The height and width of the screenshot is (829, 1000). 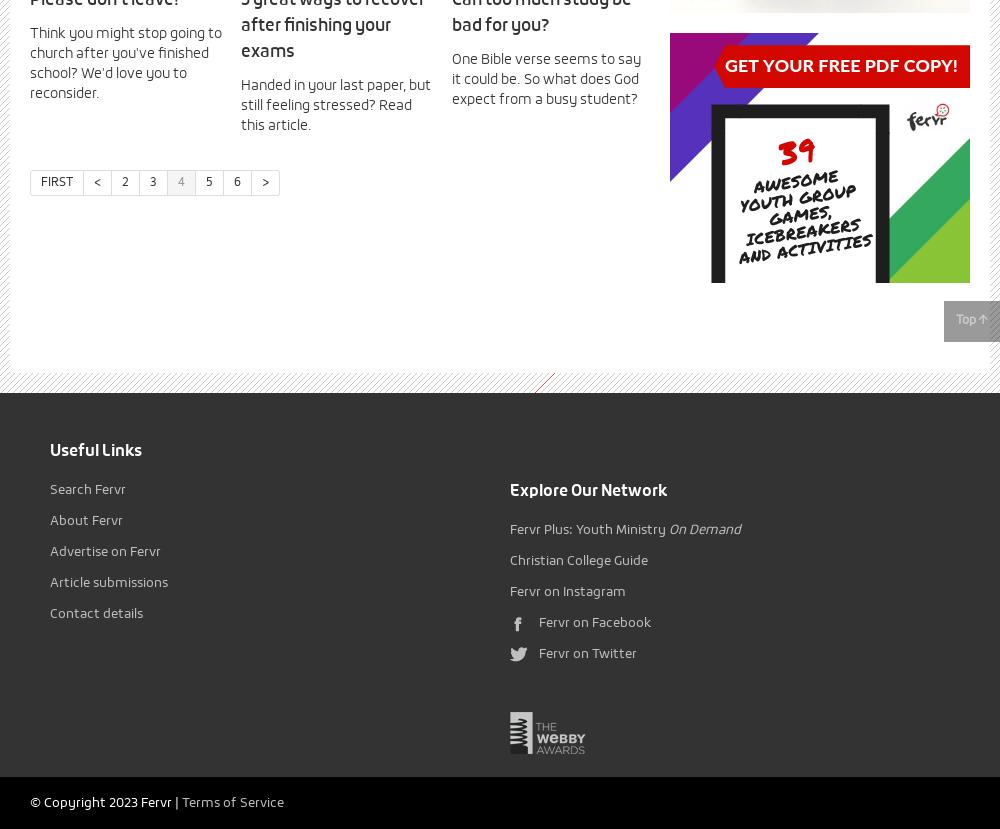 I want to click on 'About Fervr', so click(x=50, y=520).